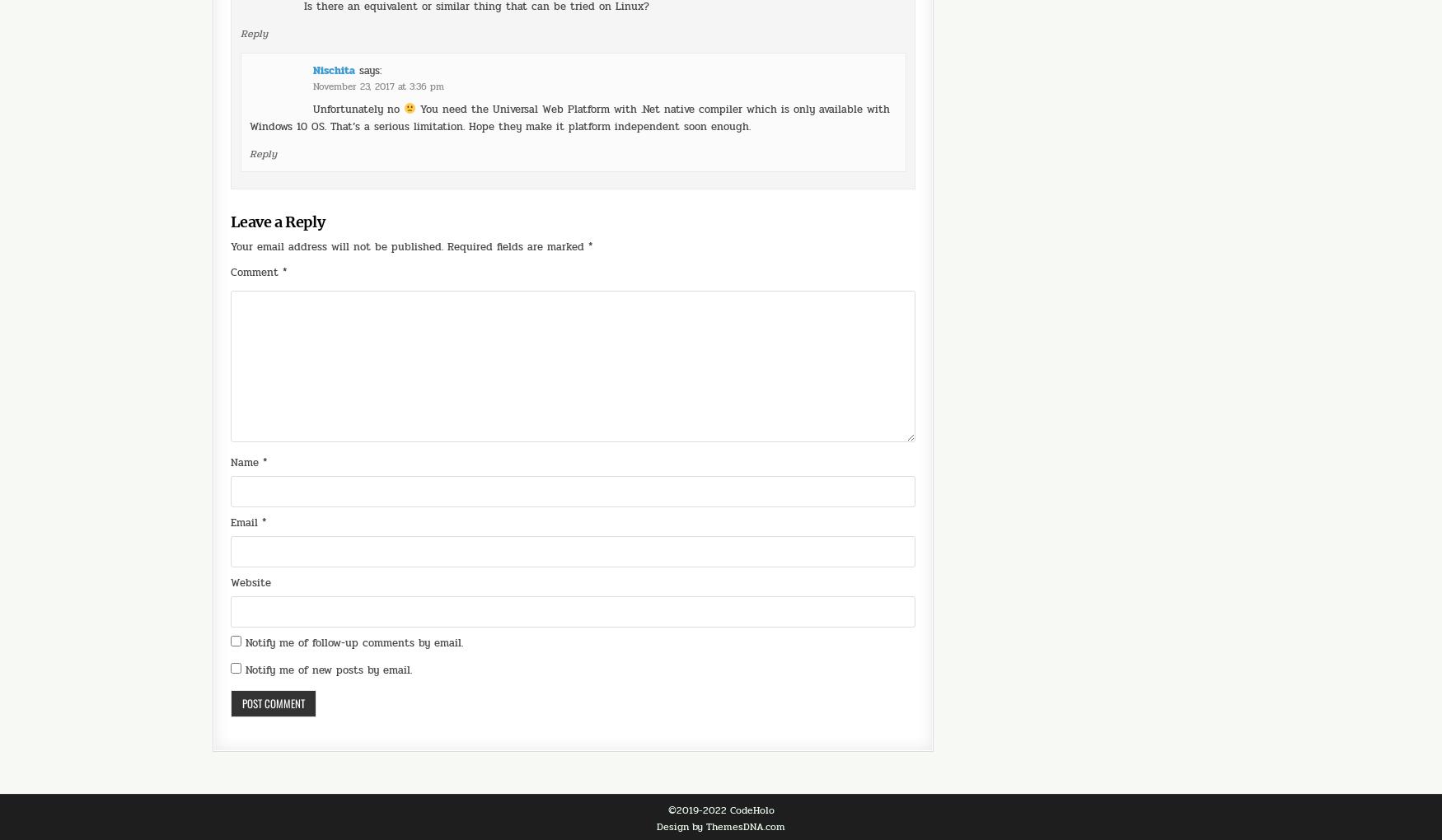 This screenshot has height=840, width=1442. What do you see at coordinates (230, 200) in the screenshot?
I see `'Your email address will not be published.'` at bounding box center [230, 200].